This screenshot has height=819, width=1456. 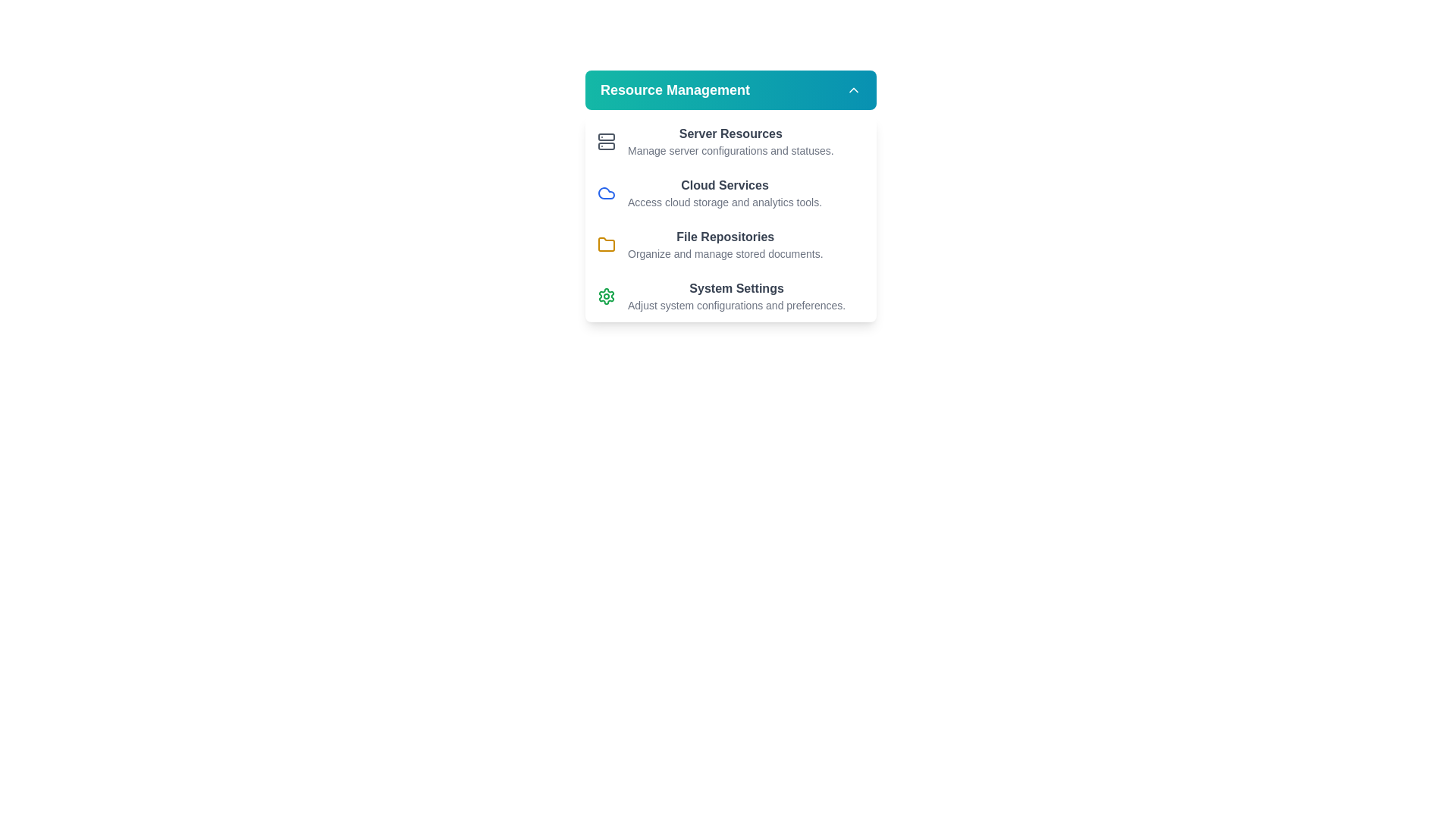 What do you see at coordinates (724, 237) in the screenshot?
I see `the Text label that identifies the 'File Repositories' option, which is the third item in the vertical list under 'Resource Management', located between 'Cloud Services' and 'System Settings'` at bounding box center [724, 237].